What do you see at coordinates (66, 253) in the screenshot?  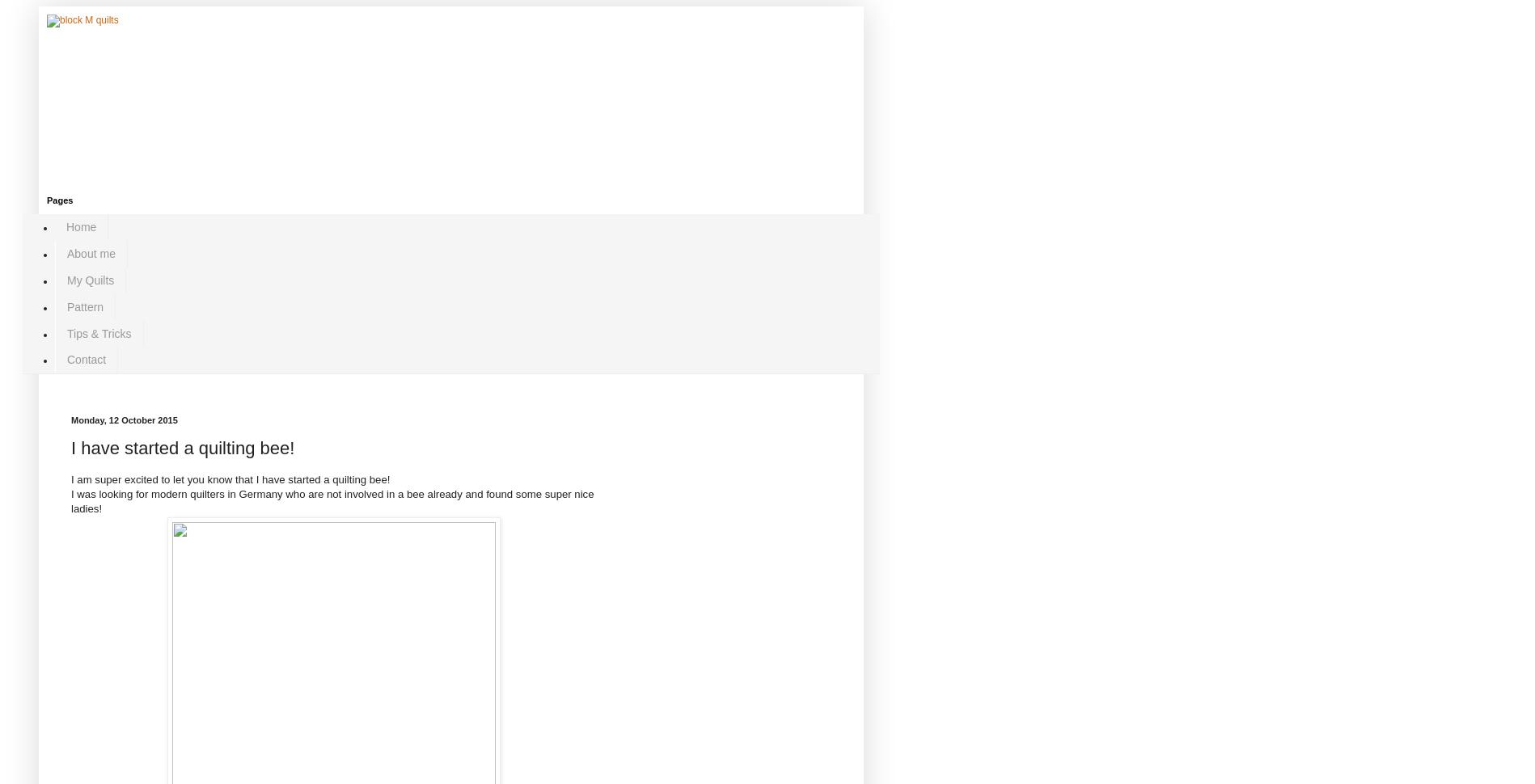 I see `'About me'` at bounding box center [66, 253].